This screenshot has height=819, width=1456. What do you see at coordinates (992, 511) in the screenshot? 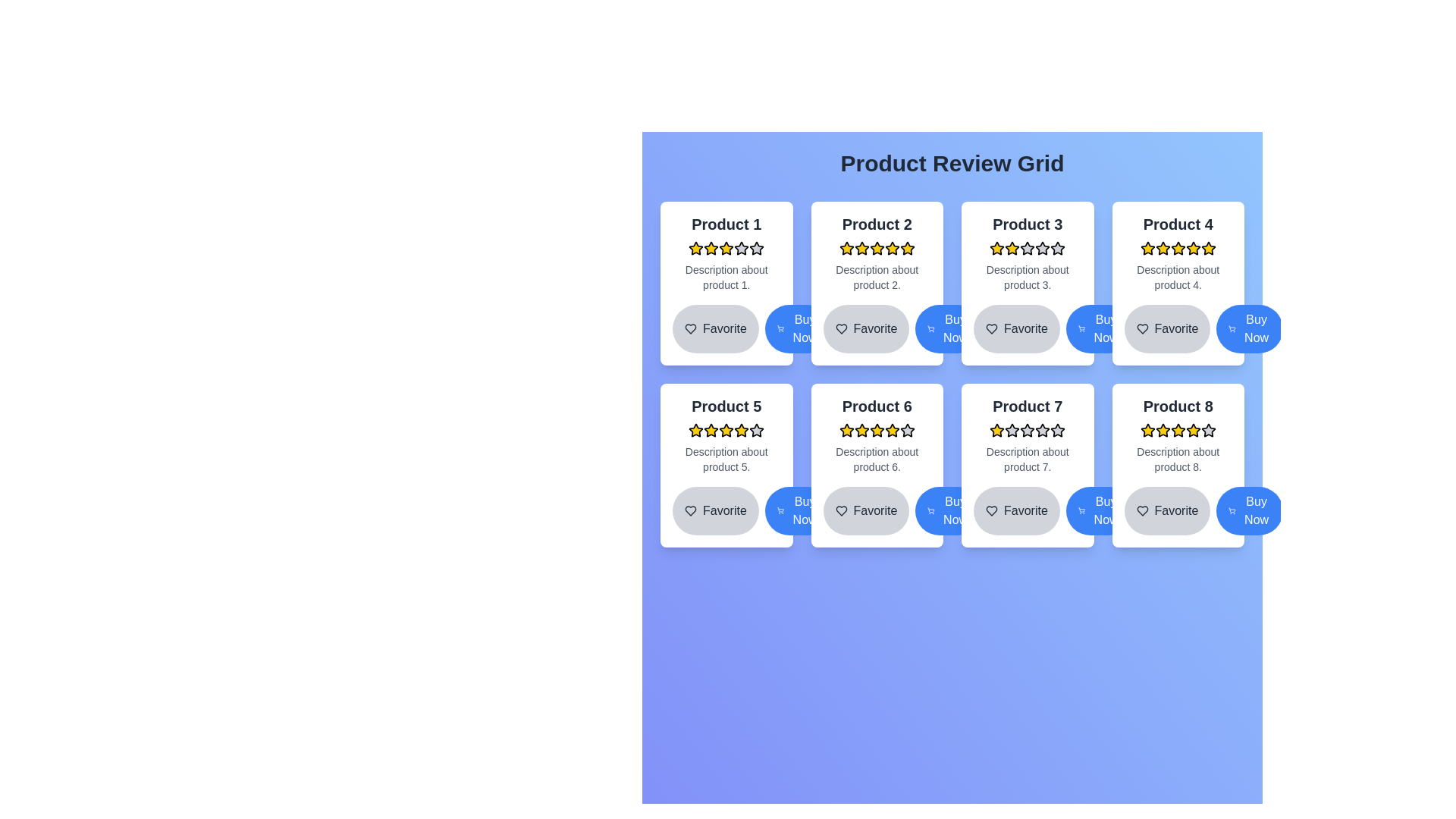
I see `the heart icon within the 'Favorite' button of Product 7 to favorite the product` at bounding box center [992, 511].